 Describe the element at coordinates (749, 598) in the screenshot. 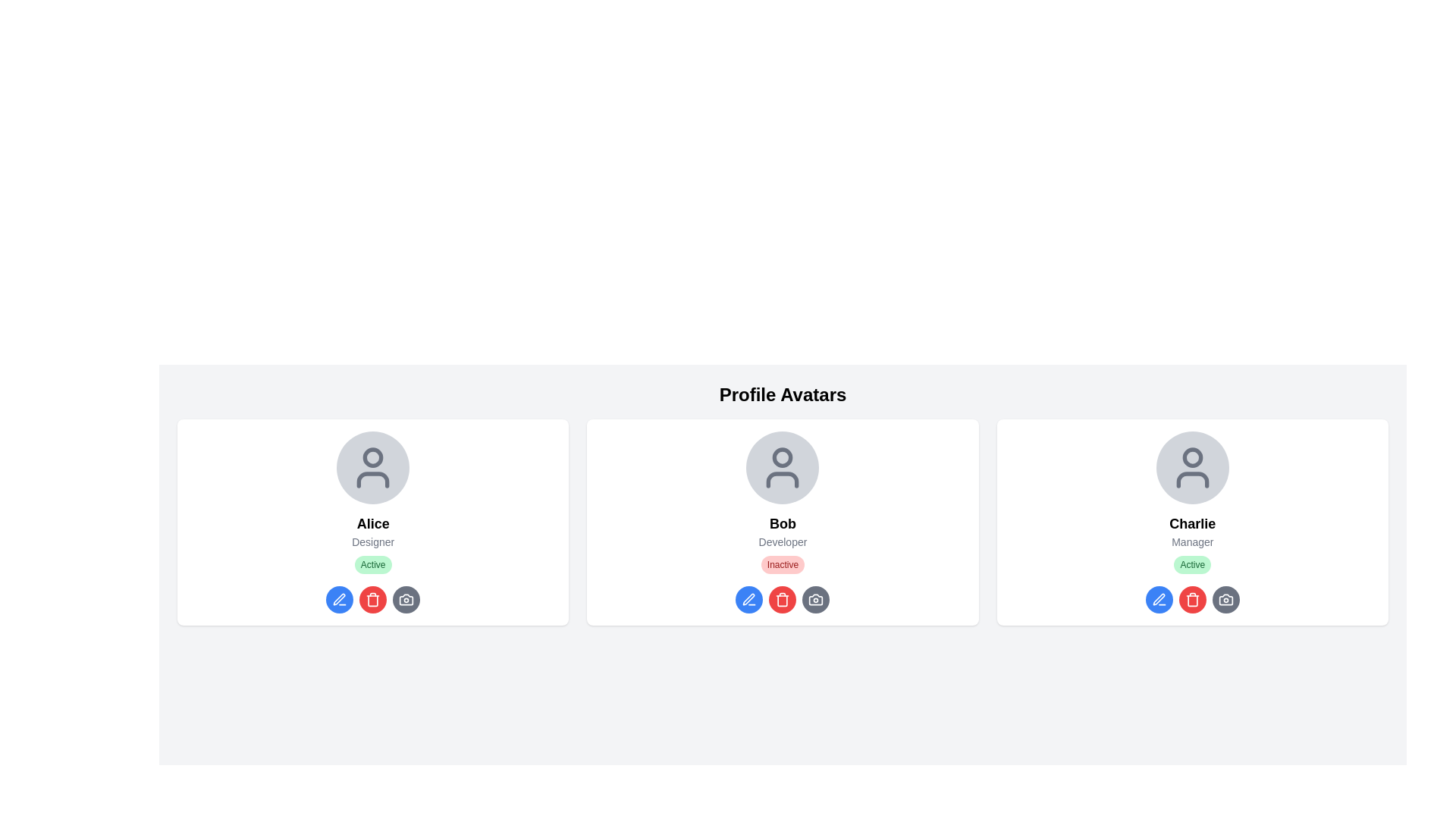

I see `the edit icon represented by an SVG graphic located in the bottom left section of the user profile card` at that location.